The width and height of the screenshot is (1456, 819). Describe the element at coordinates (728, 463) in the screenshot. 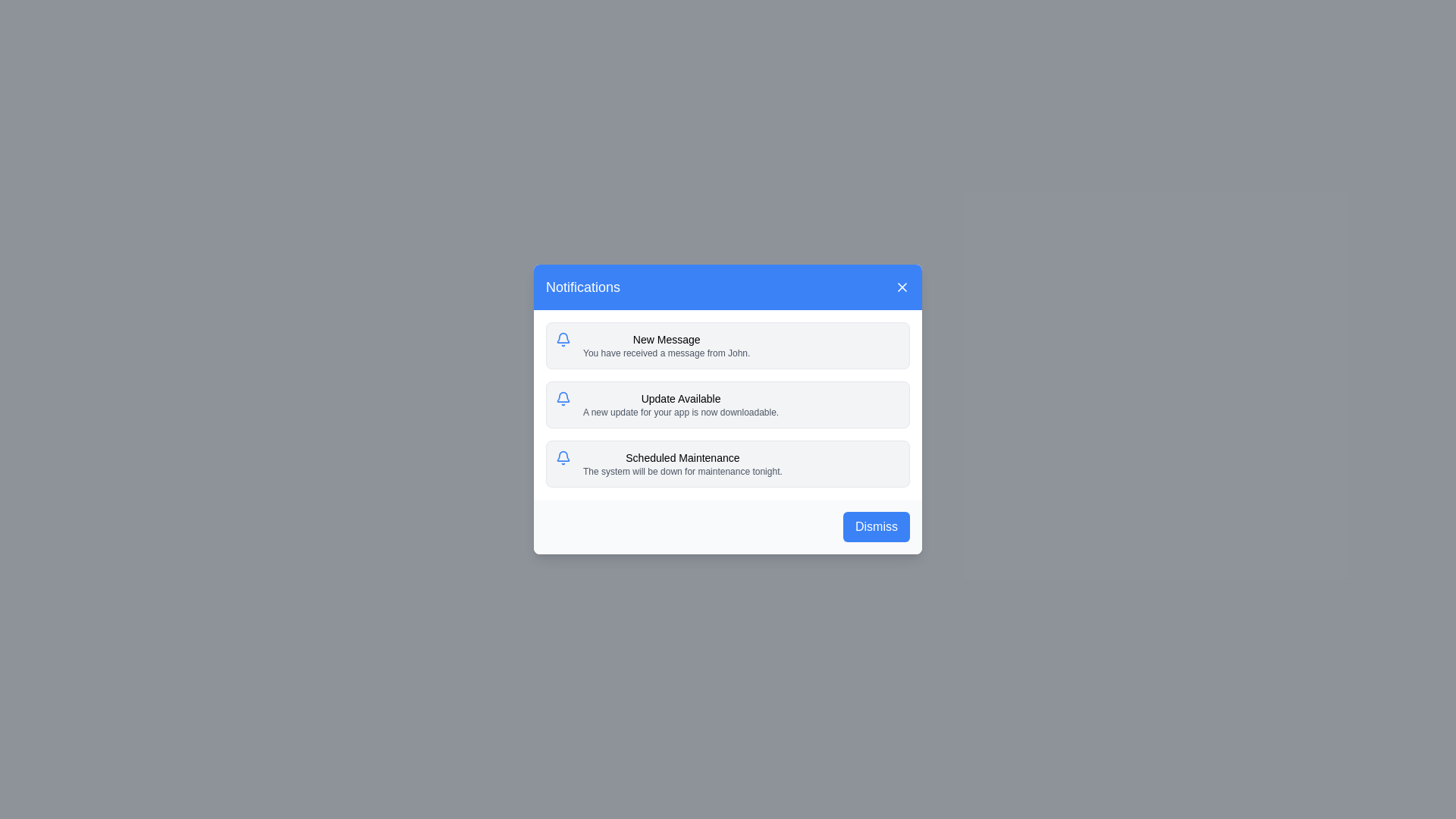

I see `the third notification card in the 'Notifications' dialog box that contains the title 'Scheduled Maintenance' and a blue bell icon` at that location.